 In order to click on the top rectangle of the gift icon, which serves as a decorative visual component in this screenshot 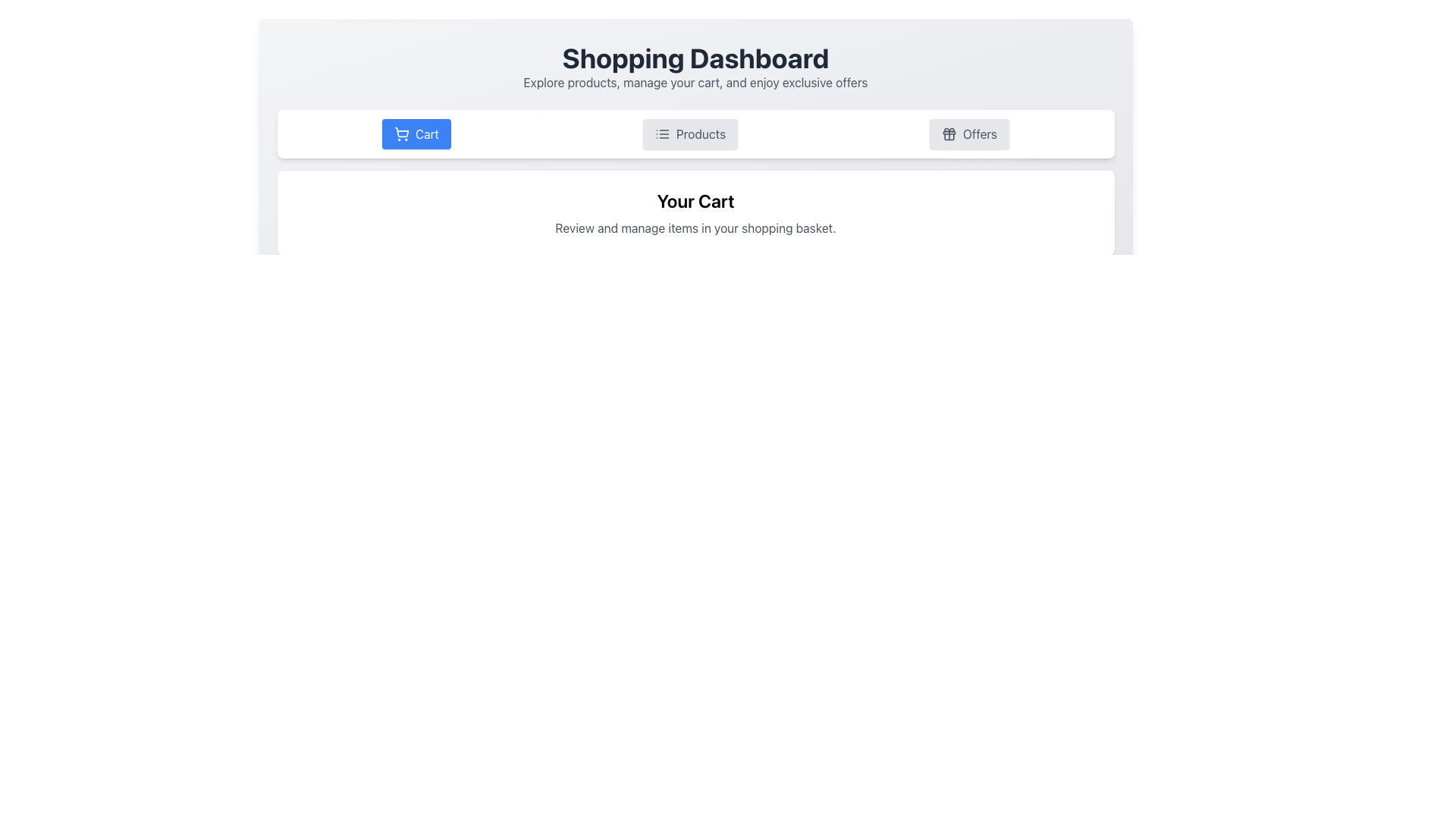, I will do `click(948, 132)`.